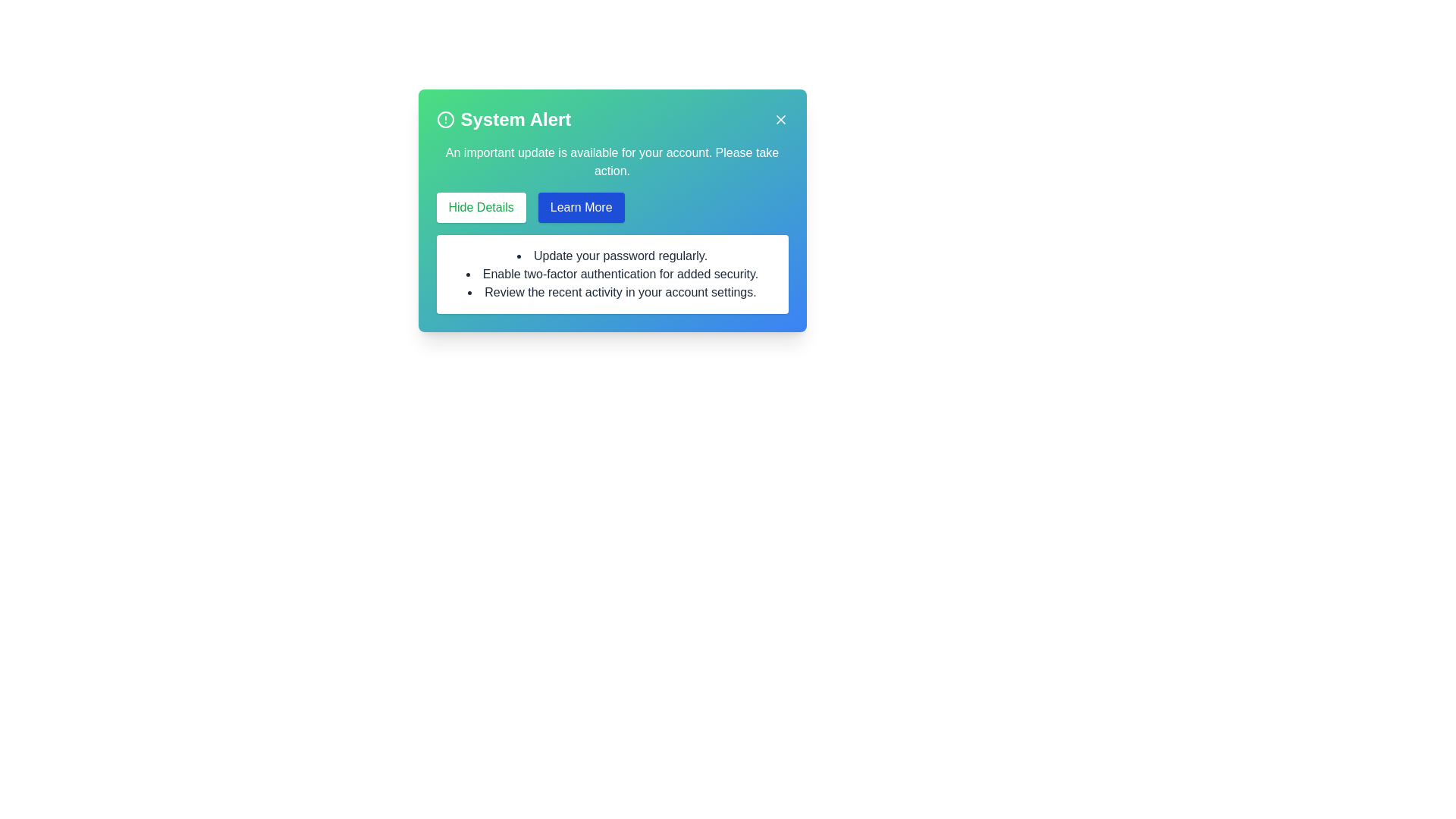 The width and height of the screenshot is (1456, 819). What do you see at coordinates (444, 119) in the screenshot?
I see `the circular icon with a green background located in the alert message header, to the left of the text 'System Alert', to understand its contextual meaning` at bounding box center [444, 119].